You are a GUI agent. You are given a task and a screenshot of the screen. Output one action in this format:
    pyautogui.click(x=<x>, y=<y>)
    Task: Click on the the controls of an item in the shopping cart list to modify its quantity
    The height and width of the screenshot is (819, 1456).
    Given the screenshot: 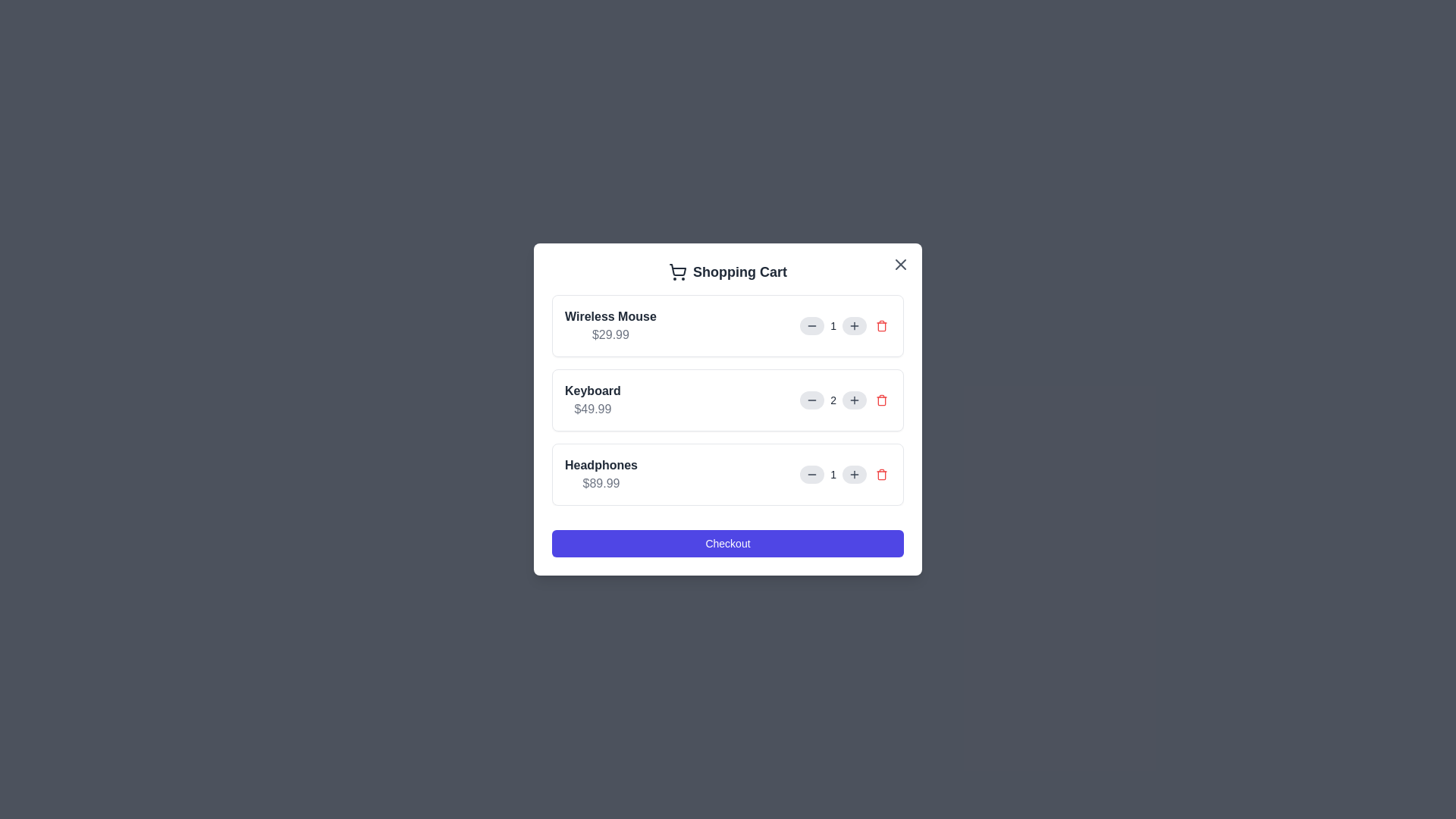 What is the action you would take?
    pyautogui.click(x=728, y=400)
    